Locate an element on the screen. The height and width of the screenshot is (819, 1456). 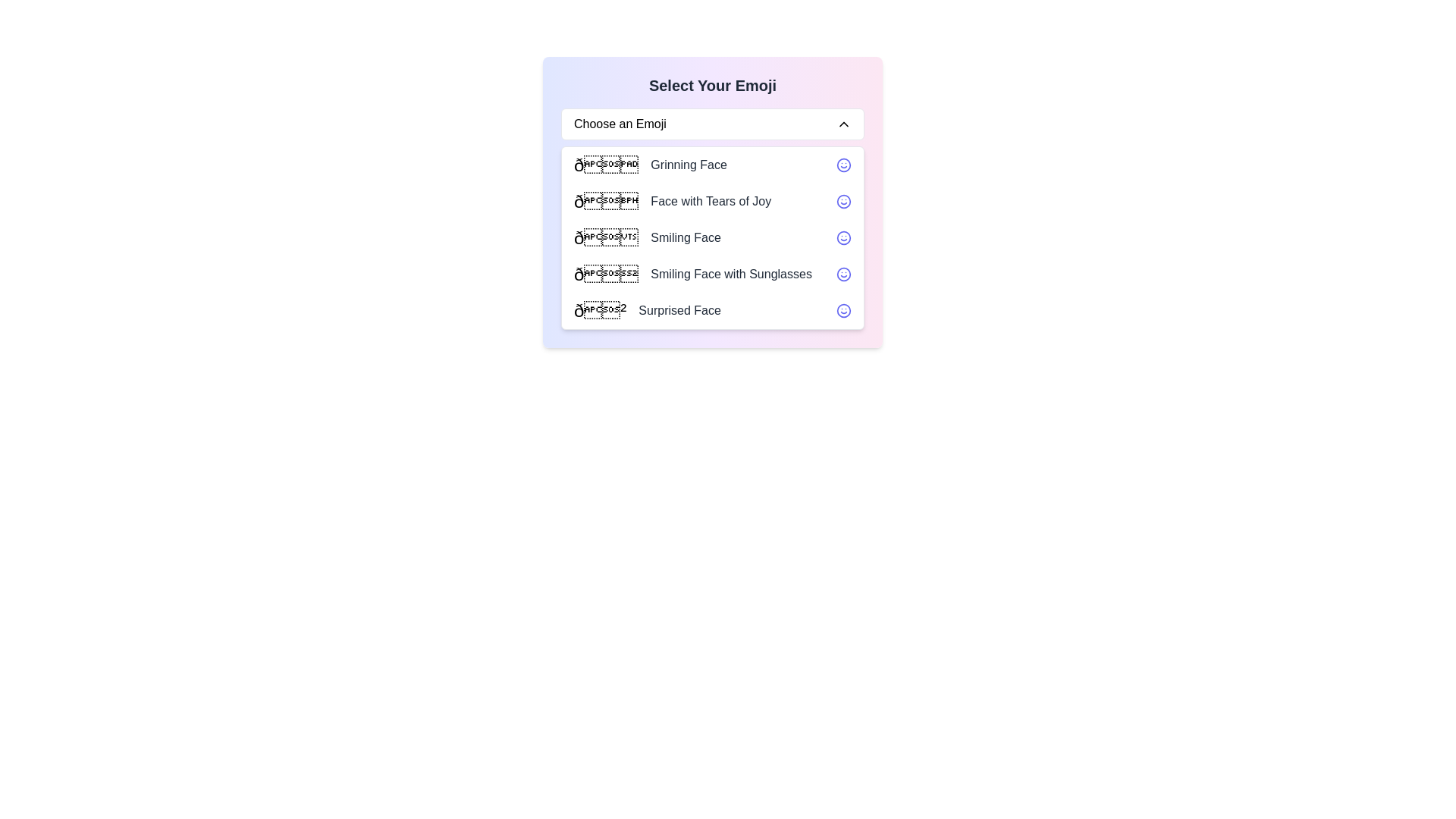
the 'Grinning Face' emoji icon is located at coordinates (605, 165).